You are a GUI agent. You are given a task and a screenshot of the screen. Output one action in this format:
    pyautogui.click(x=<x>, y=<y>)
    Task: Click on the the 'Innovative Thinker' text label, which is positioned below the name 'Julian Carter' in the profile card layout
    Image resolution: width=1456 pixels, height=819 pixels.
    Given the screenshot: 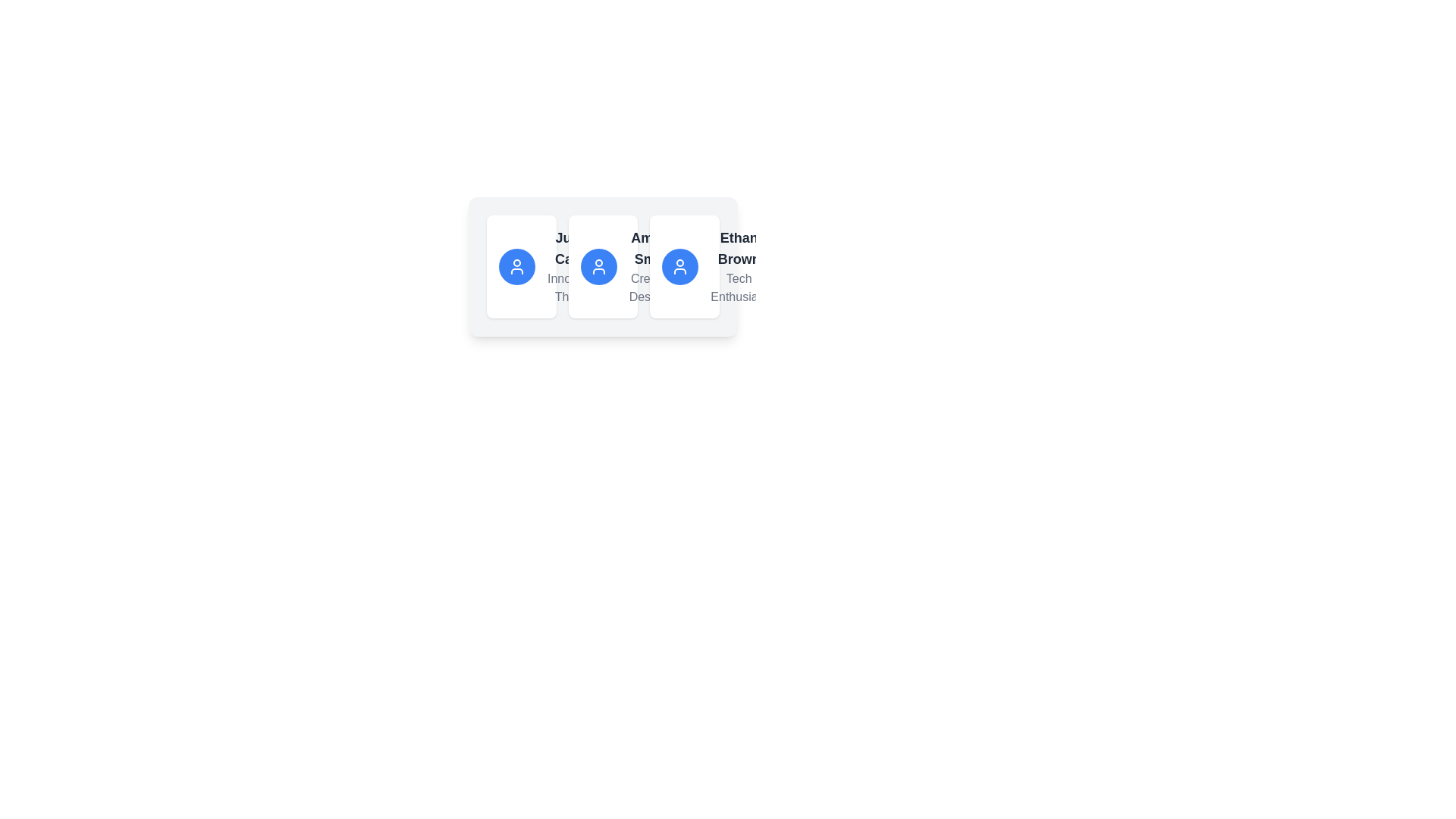 What is the action you would take?
    pyautogui.click(x=574, y=288)
    